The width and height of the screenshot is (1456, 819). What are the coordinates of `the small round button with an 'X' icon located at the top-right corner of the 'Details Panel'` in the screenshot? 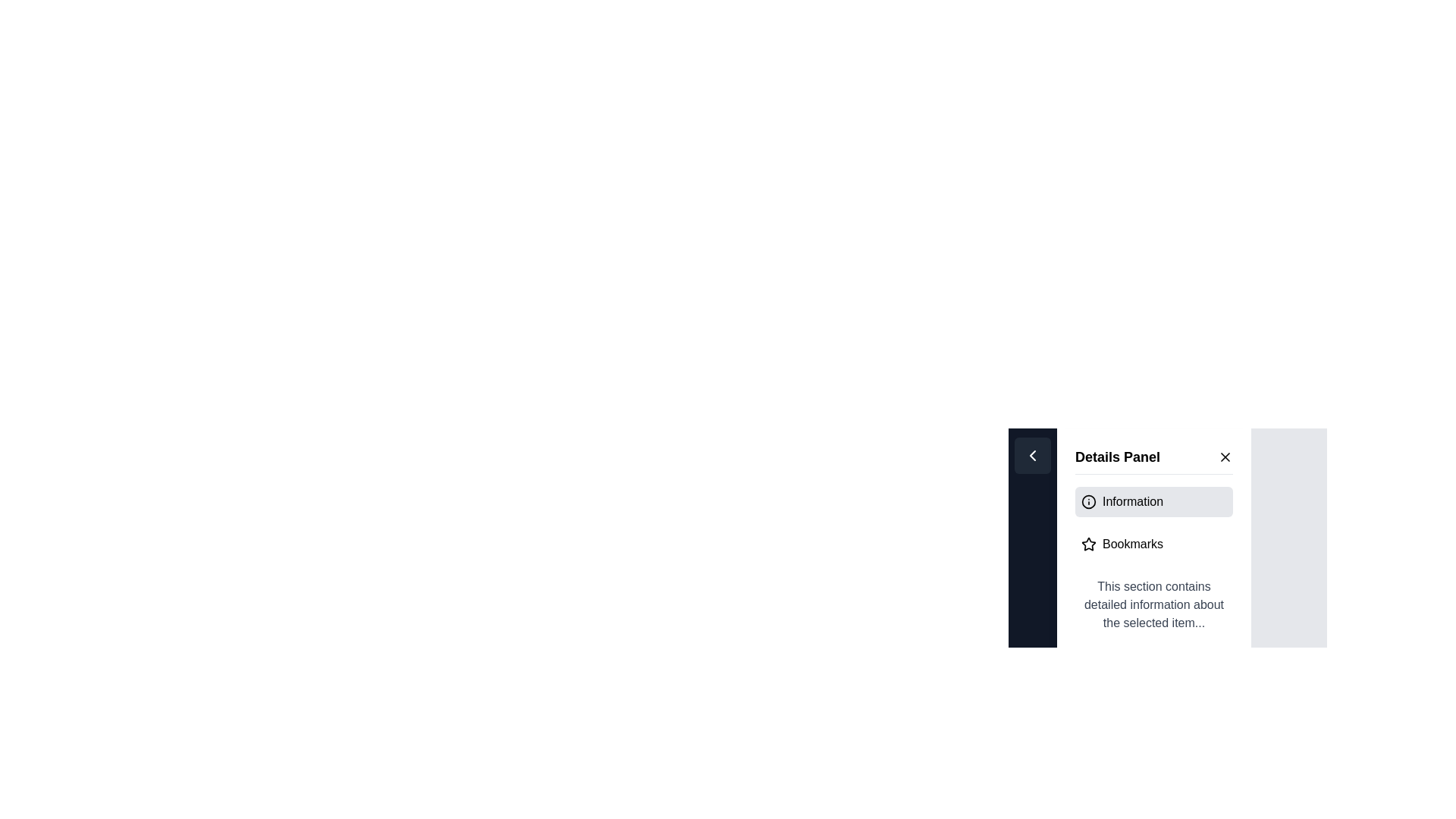 It's located at (1225, 456).